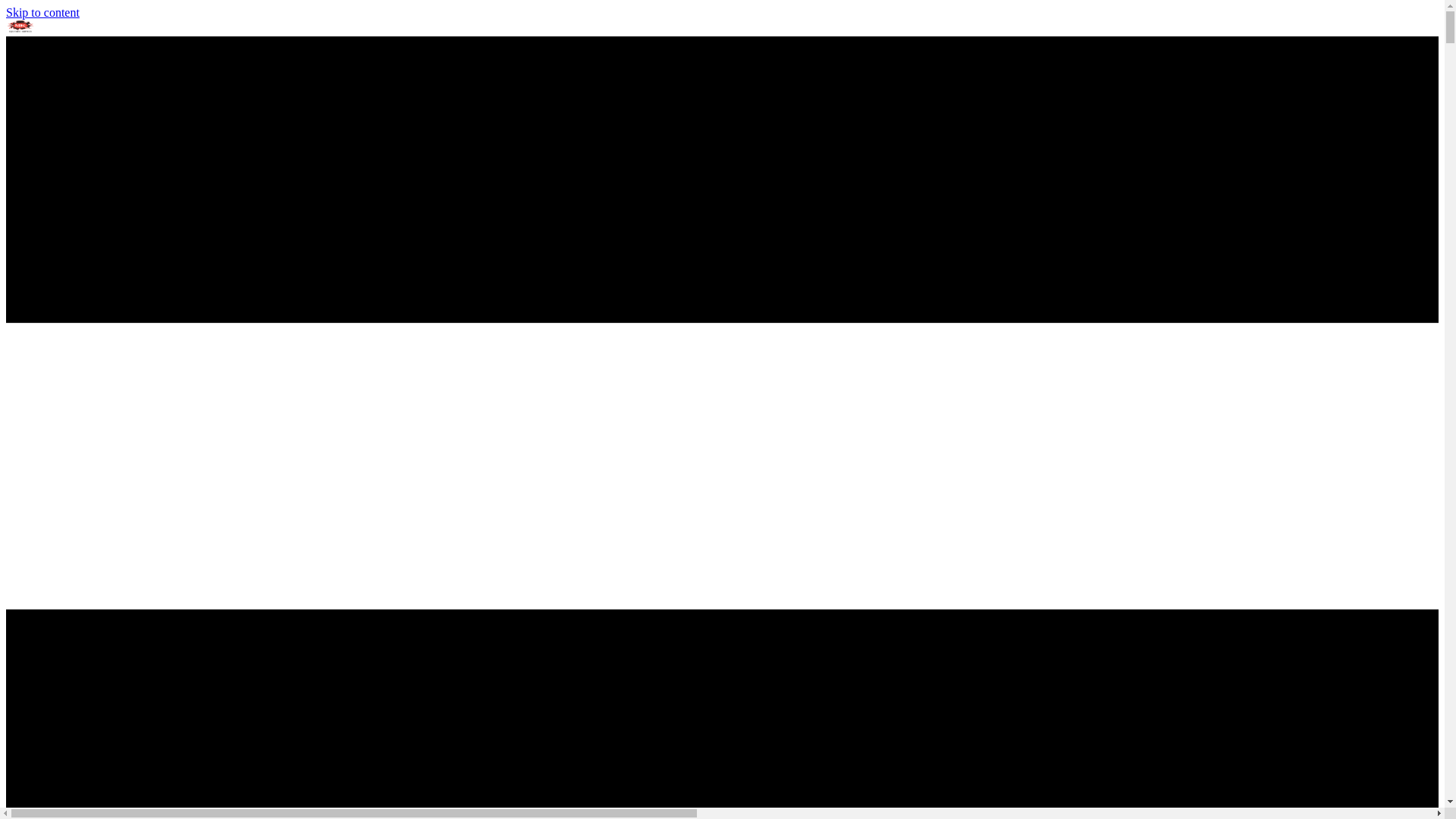 This screenshot has width=1456, height=819. What do you see at coordinates (6, 12) in the screenshot?
I see `'Skip to content'` at bounding box center [6, 12].